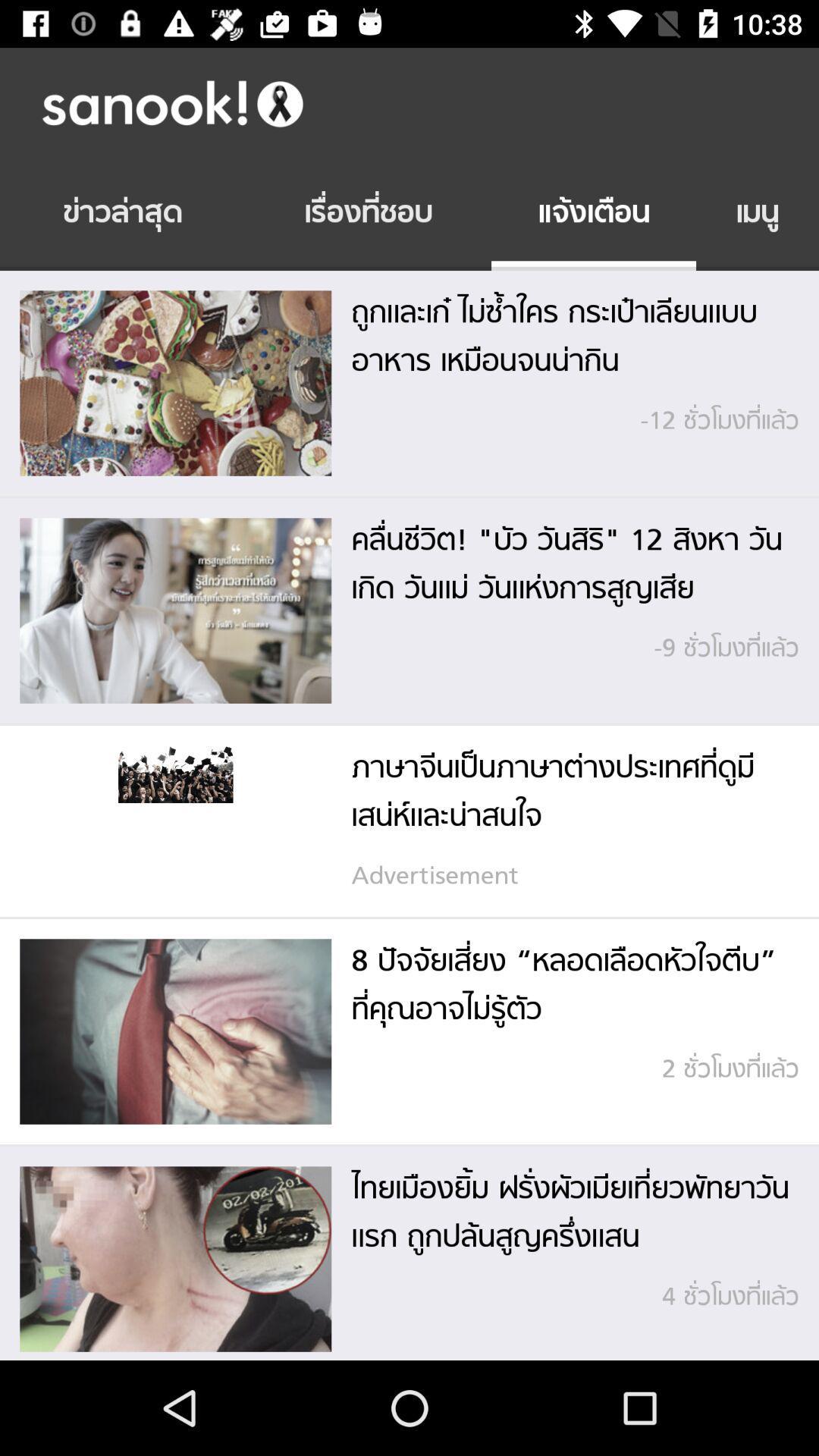 Image resolution: width=819 pixels, height=1456 pixels. Describe the element at coordinates (425, 102) in the screenshot. I see `sanook button` at that location.